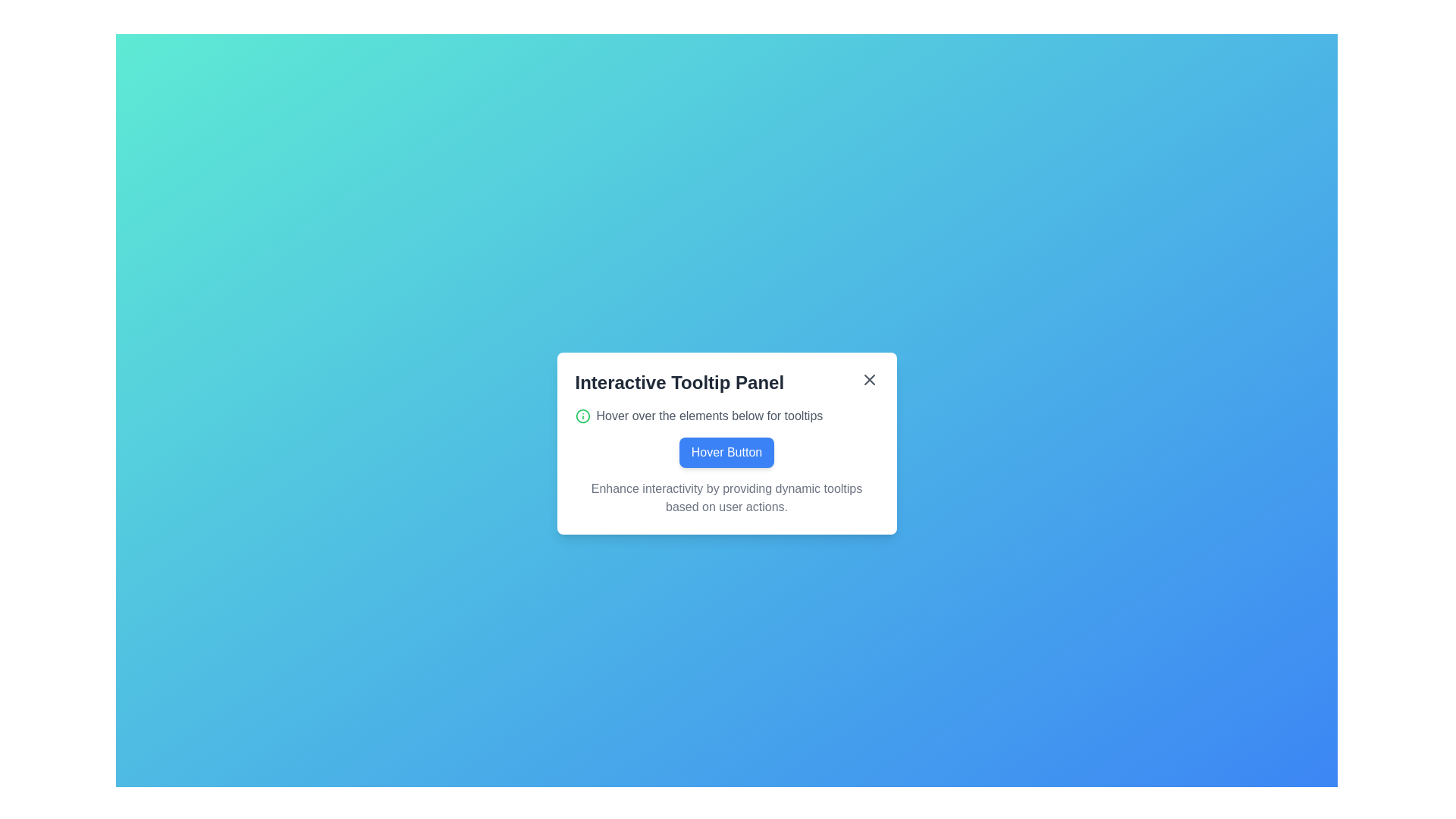  I want to click on the SVG circle element located within the tooltip panel, which serves as an additional information marker near the text 'Hover over the elements below for tooltips', so click(582, 416).